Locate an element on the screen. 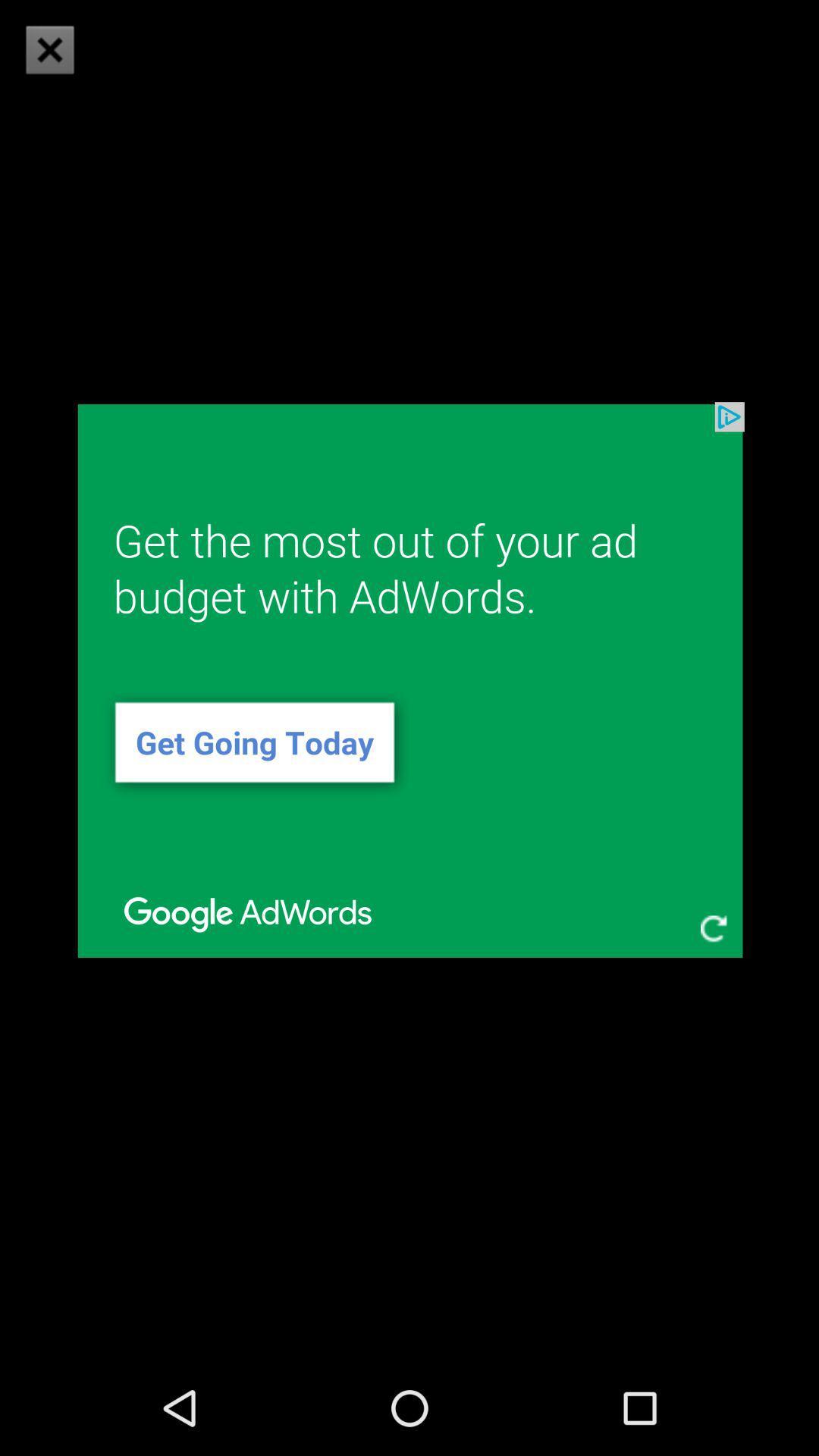 The height and width of the screenshot is (1456, 819). the close icon is located at coordinates (49, 53).